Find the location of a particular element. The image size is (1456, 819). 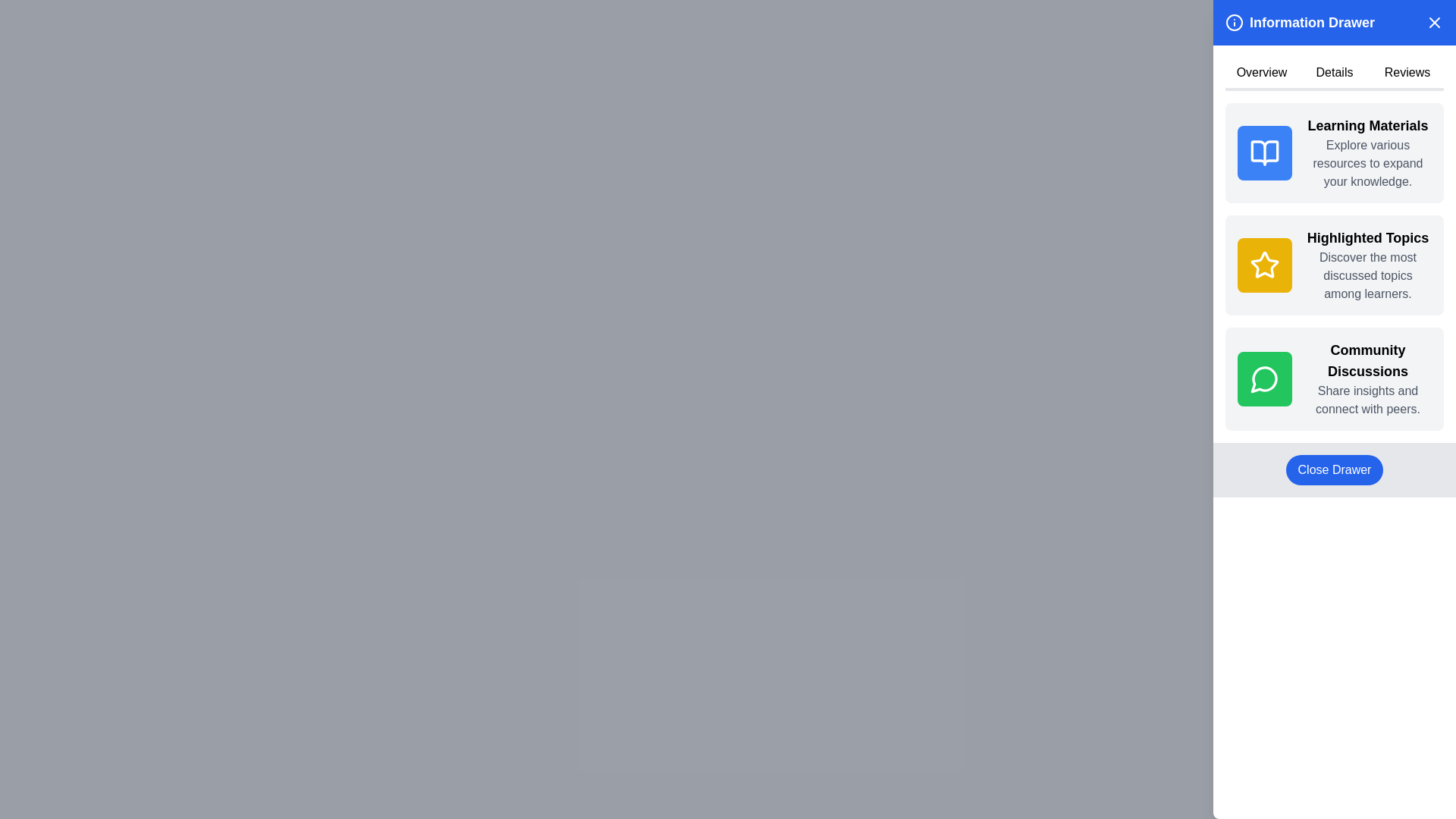

the second List Item or Section Tile in the sidebar, which indicates a category or topic, situated between 'Learning Materials' above and 'Community Discussions' below is located at coordinates (1335, 265).